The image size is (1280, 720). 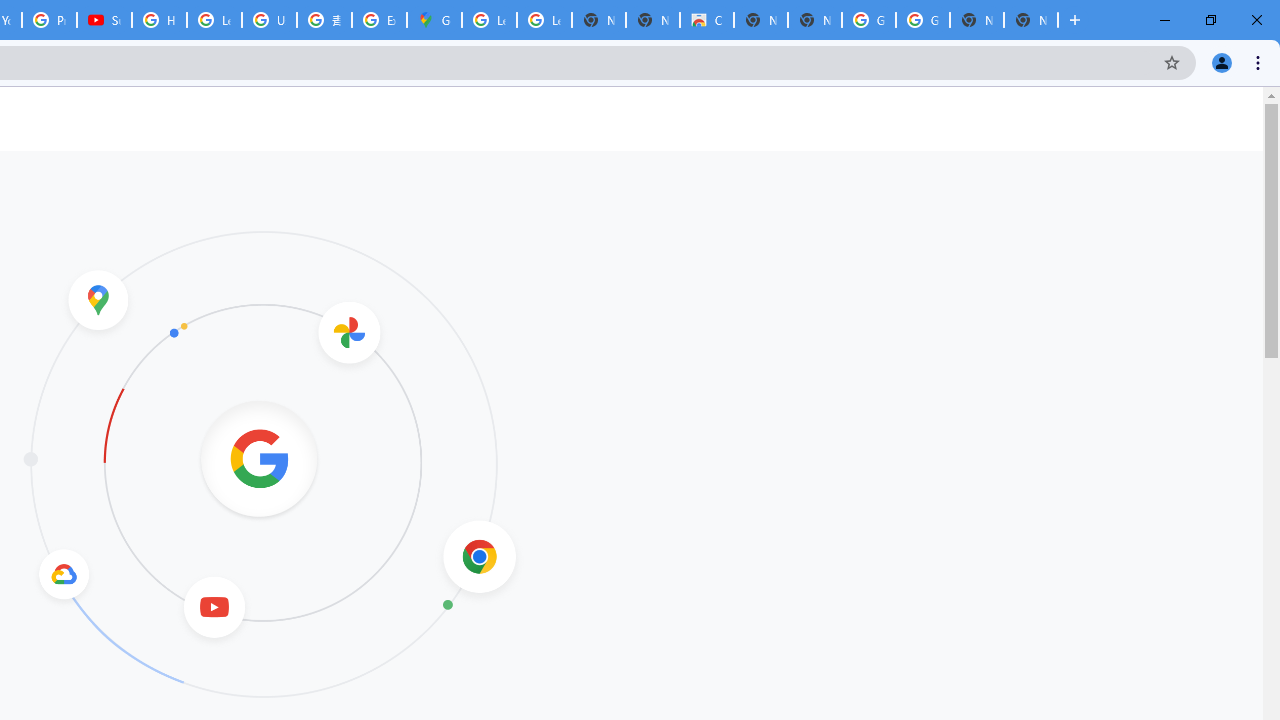 I want to click on 'Google Maps', so click(x=433, y=20).